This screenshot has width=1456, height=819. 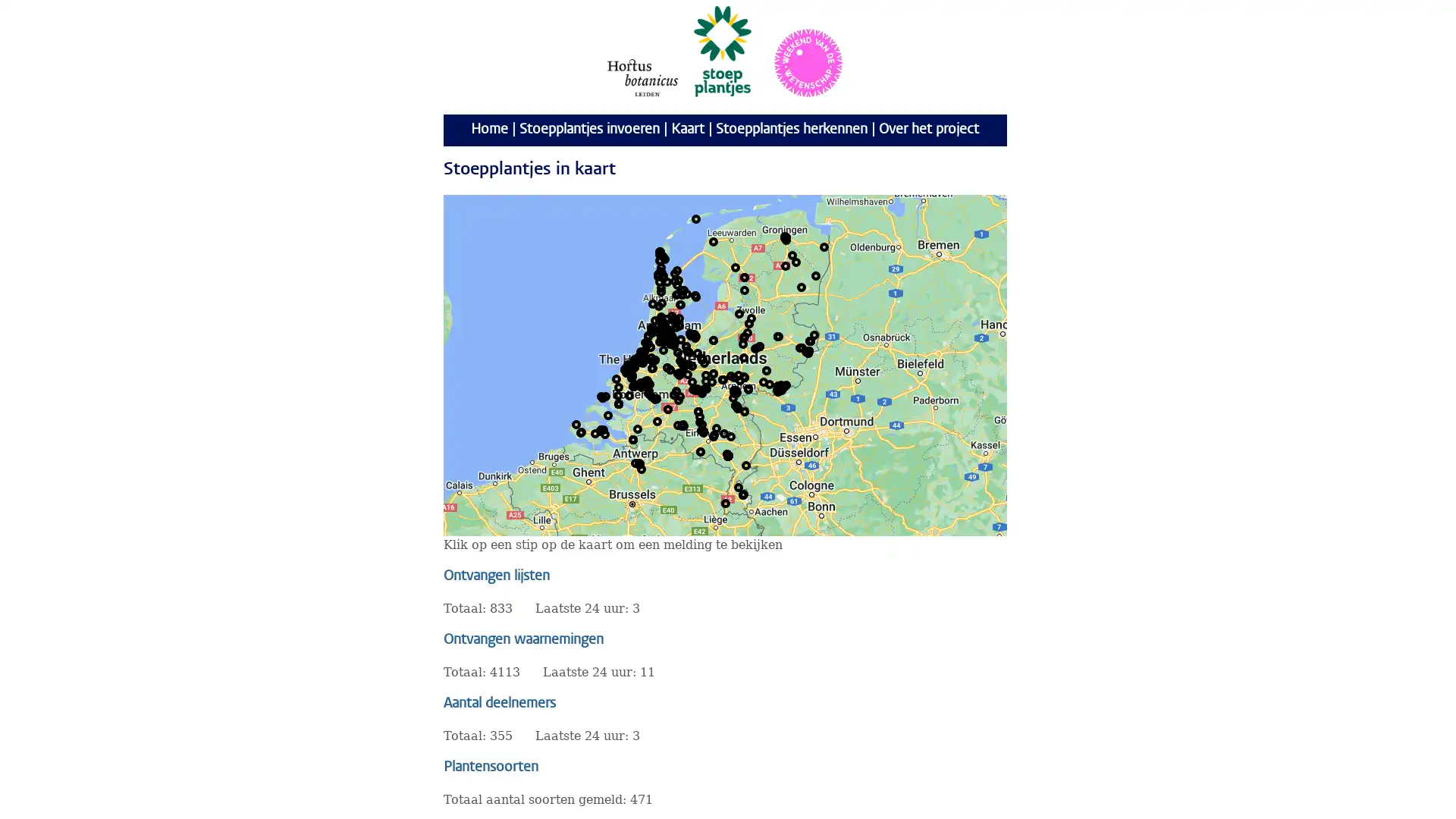 What do you see at coordinates (652, 360) in the screenshot?
I see `Telling van Daphne op 10 juni 2022` at bounding box center [652, 360].